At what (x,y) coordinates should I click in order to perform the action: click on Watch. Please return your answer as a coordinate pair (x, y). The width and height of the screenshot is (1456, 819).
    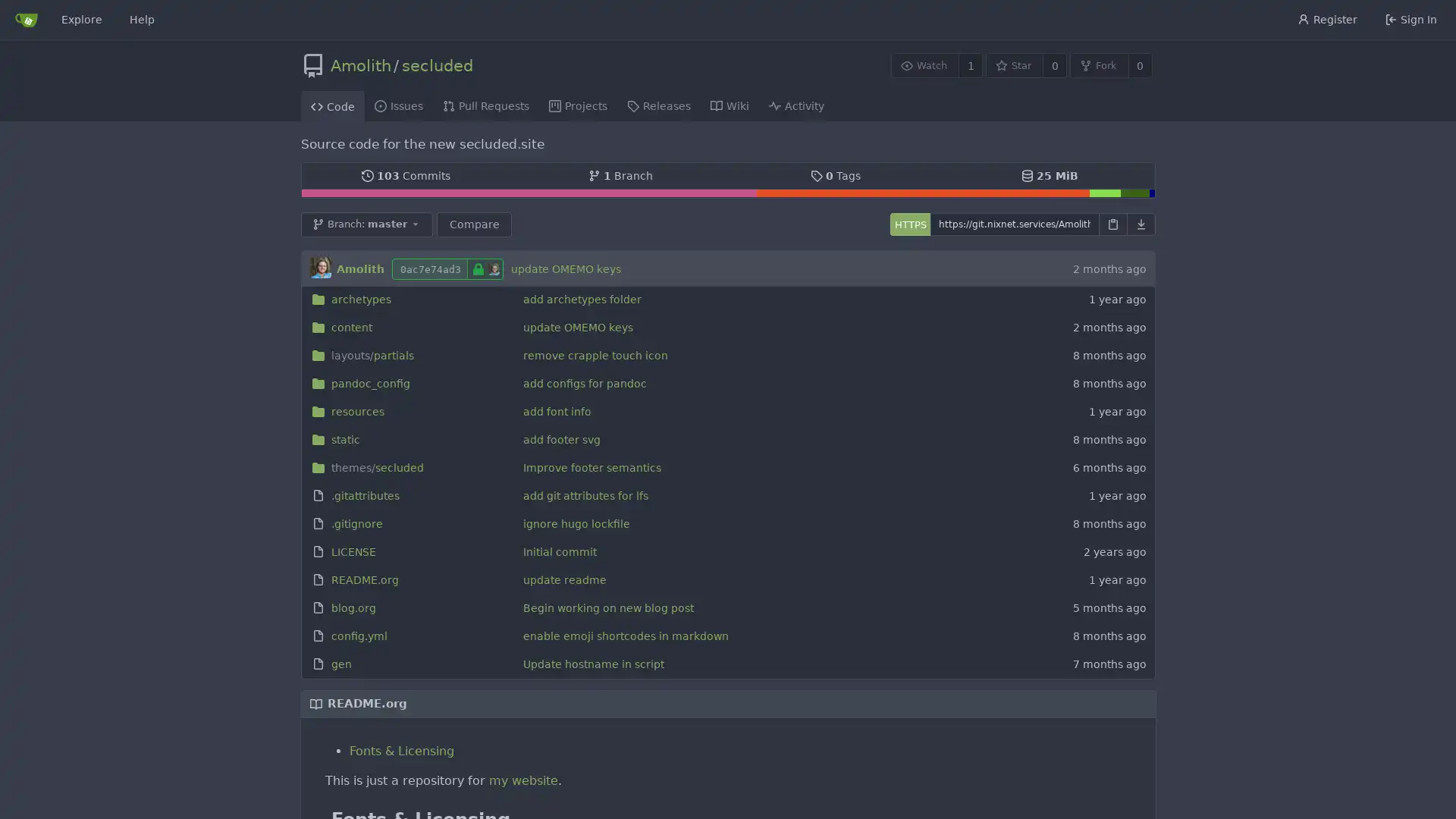
    Looking at the image, I should click on (924, 64).